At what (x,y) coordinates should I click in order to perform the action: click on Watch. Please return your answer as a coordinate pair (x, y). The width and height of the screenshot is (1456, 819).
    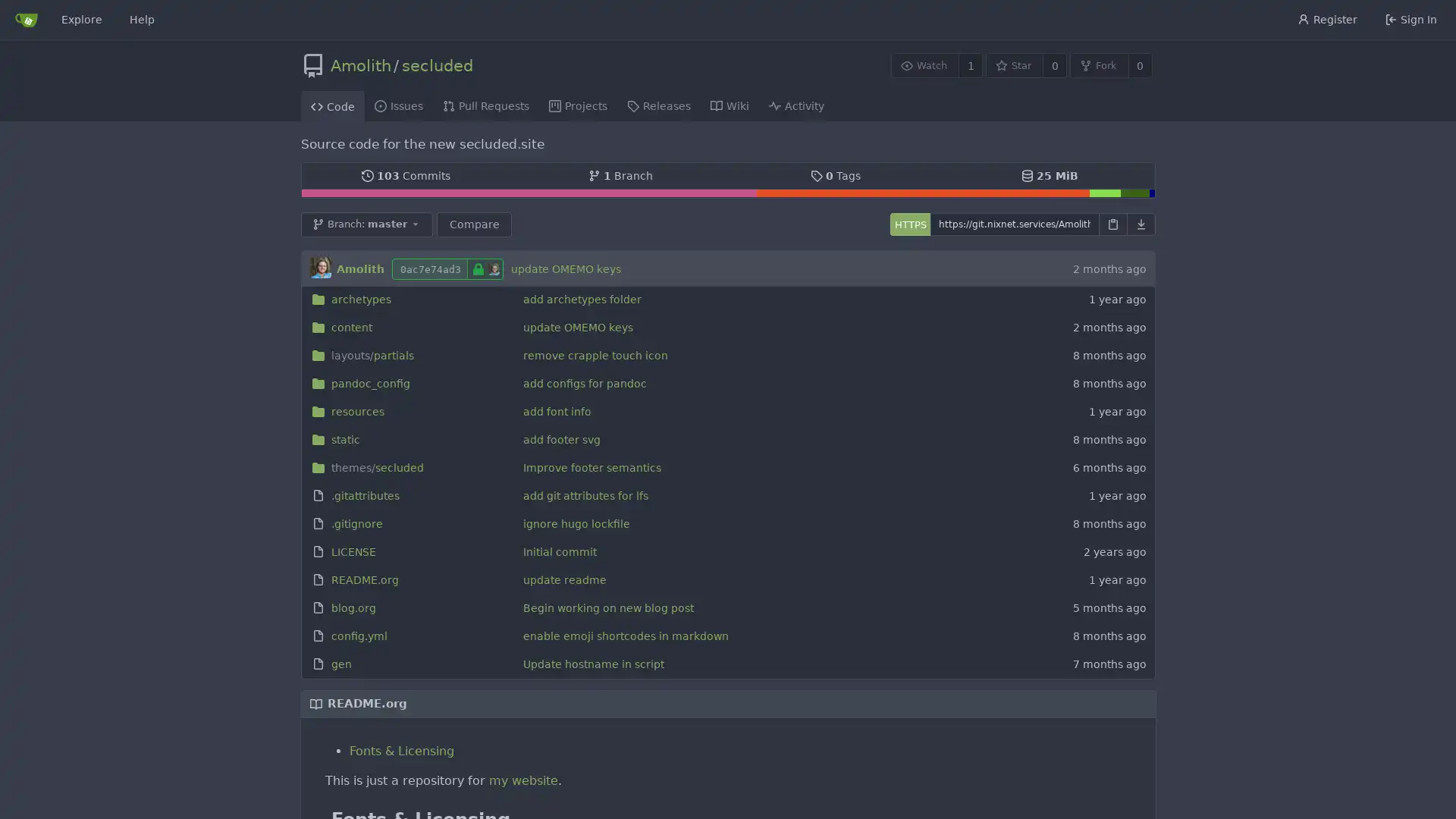
    Looking at the image, I should click on (924, 64).